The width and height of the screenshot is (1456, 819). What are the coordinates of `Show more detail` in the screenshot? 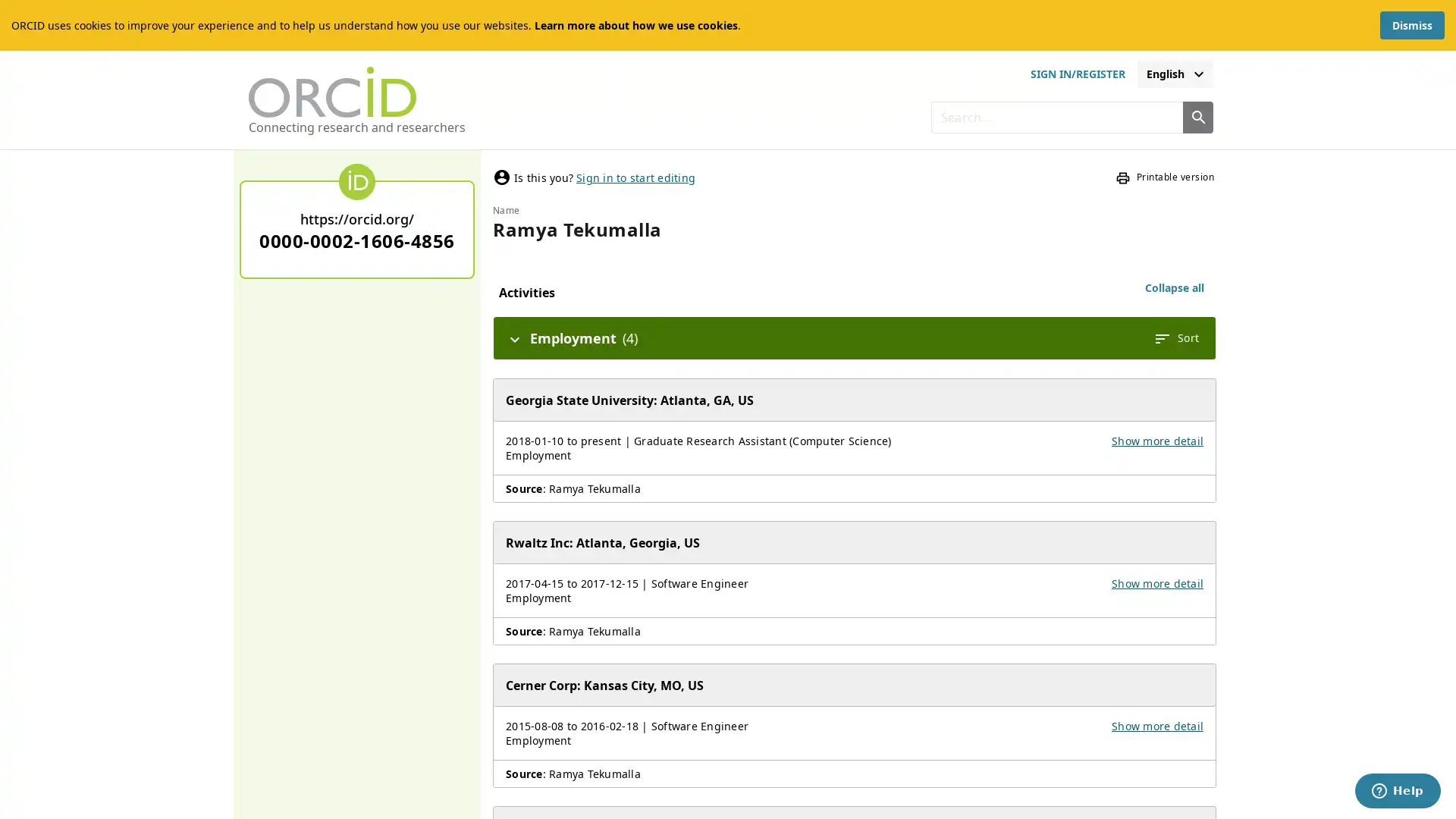 It's located at (1156, 725).